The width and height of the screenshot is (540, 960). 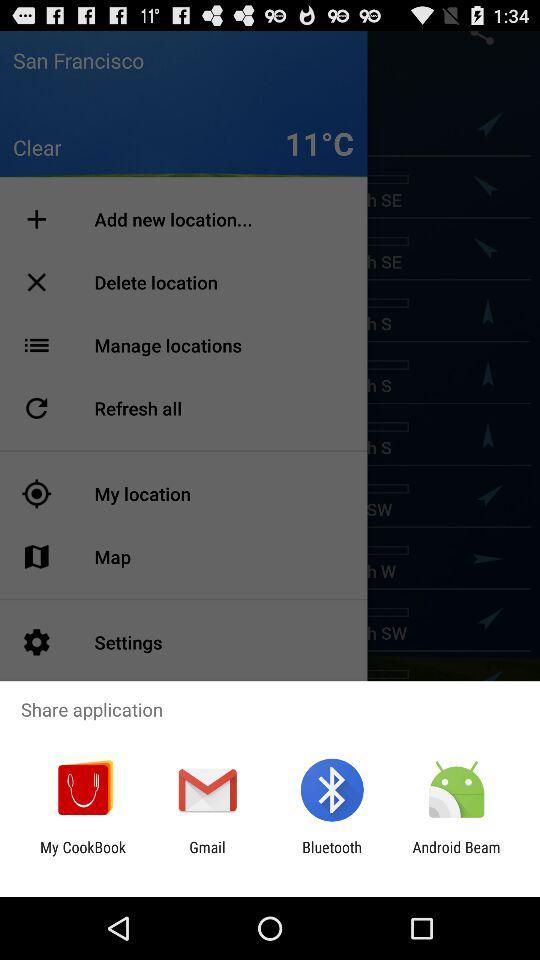 What do you see at coordinates (82, 855) in the screenshot?
I see `the app next to the gmail icon` at bounding box center [82, 855].